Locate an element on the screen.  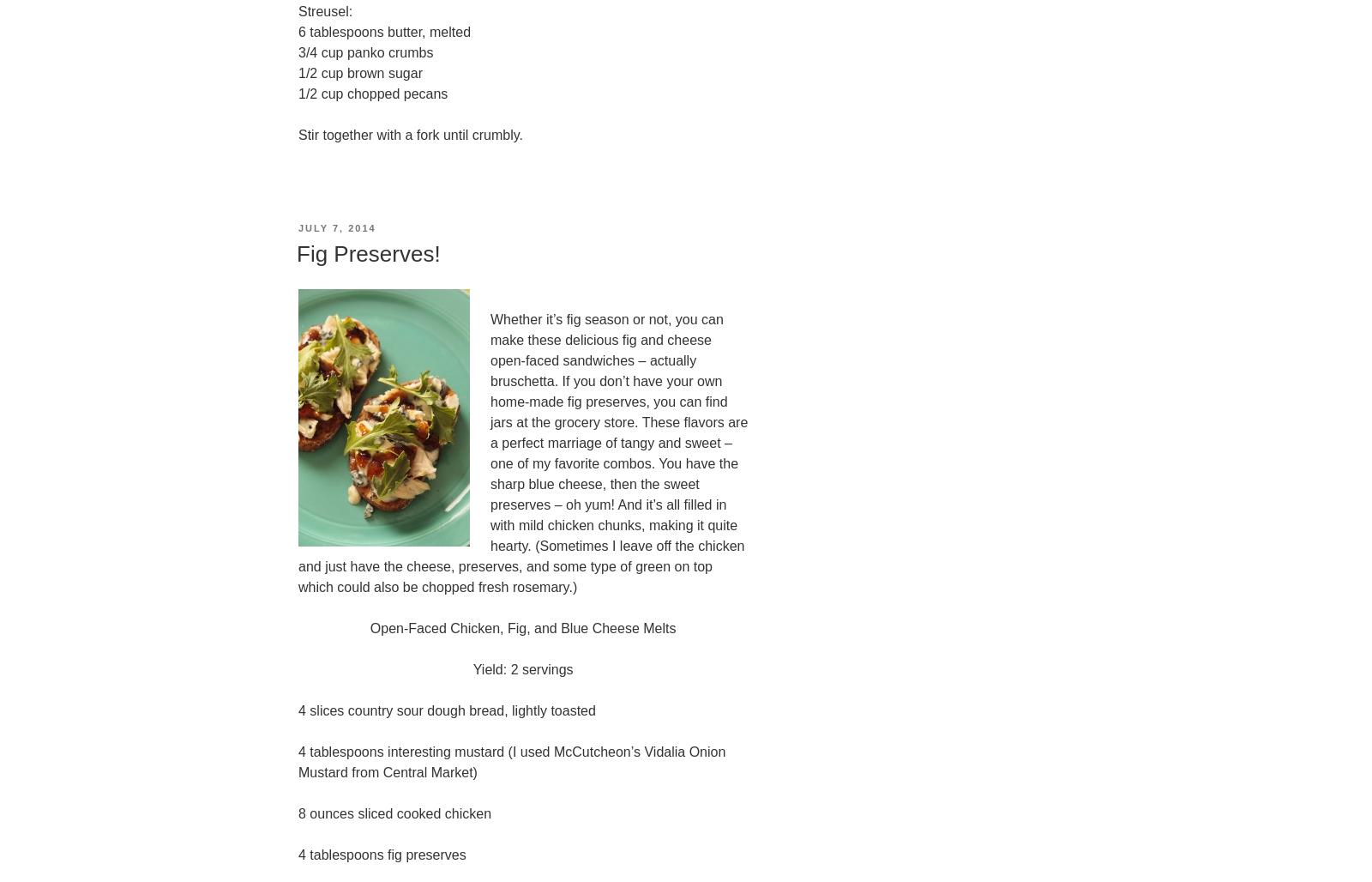
'1/2 cup chopped pecans' is located at coordinates (372, 93).